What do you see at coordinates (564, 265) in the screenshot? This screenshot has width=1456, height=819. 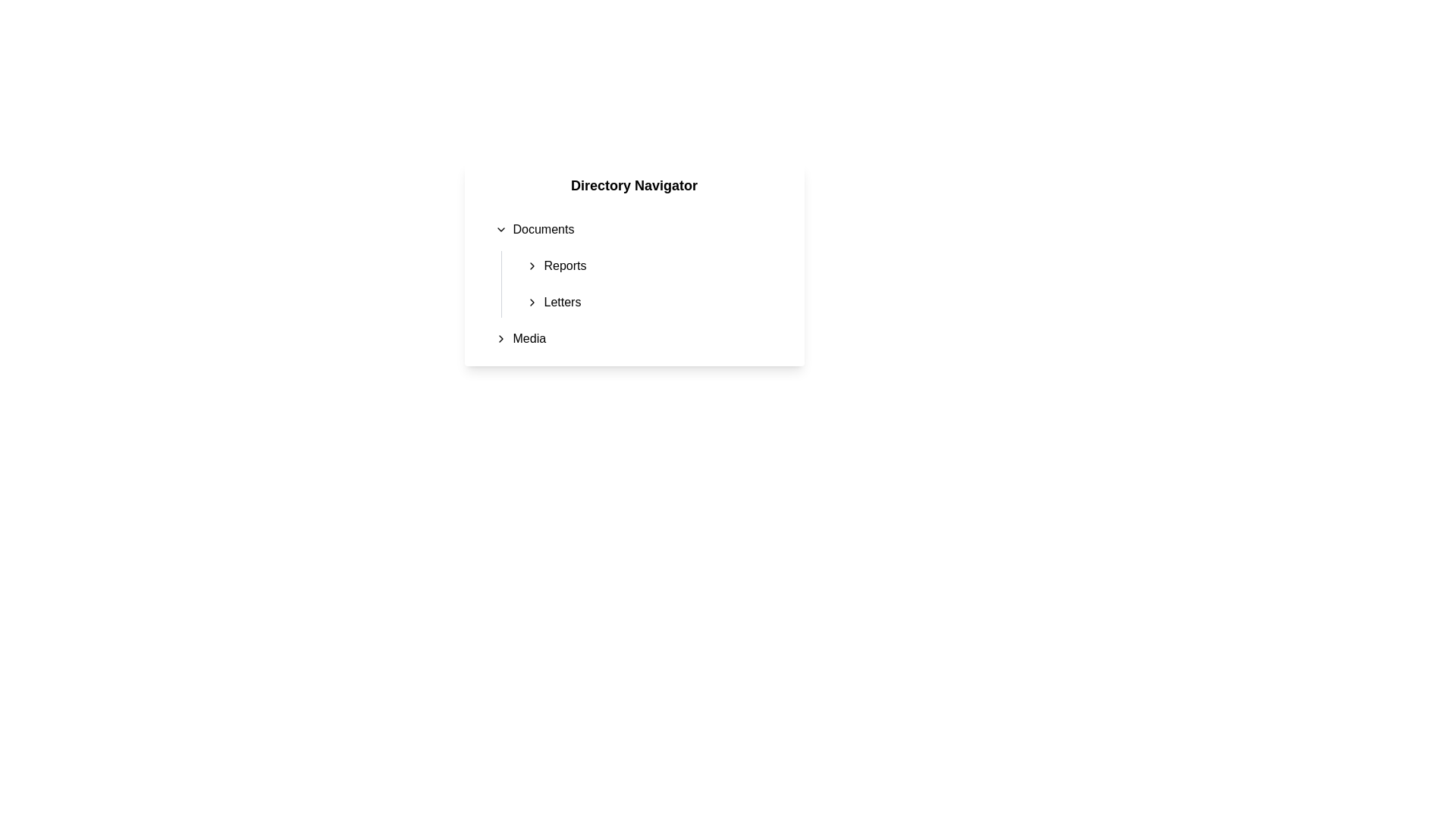 I see `the 'Reports' Text Label located within the Documents dropdown in the Directory Navigator panel, which indicates a subsection of the navigation menu` at bounding box center [564, 265].